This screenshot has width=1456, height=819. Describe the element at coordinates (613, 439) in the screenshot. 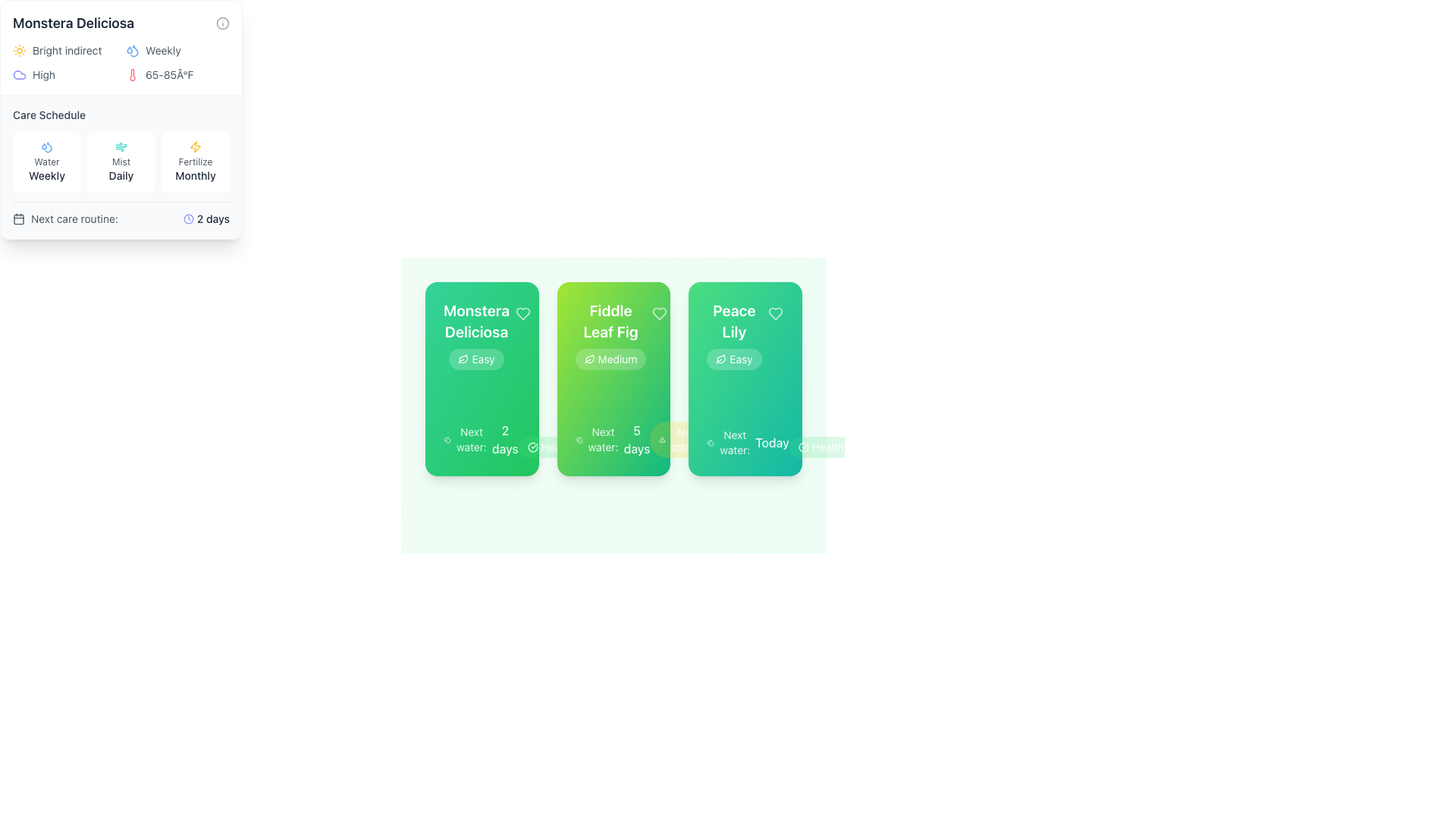

I see `the Text Label with Icon displaying 'Next water: 5 days' located in the second card under 'Medium' difficulty for the 'Fiddle Leaf Fig'` at that location.